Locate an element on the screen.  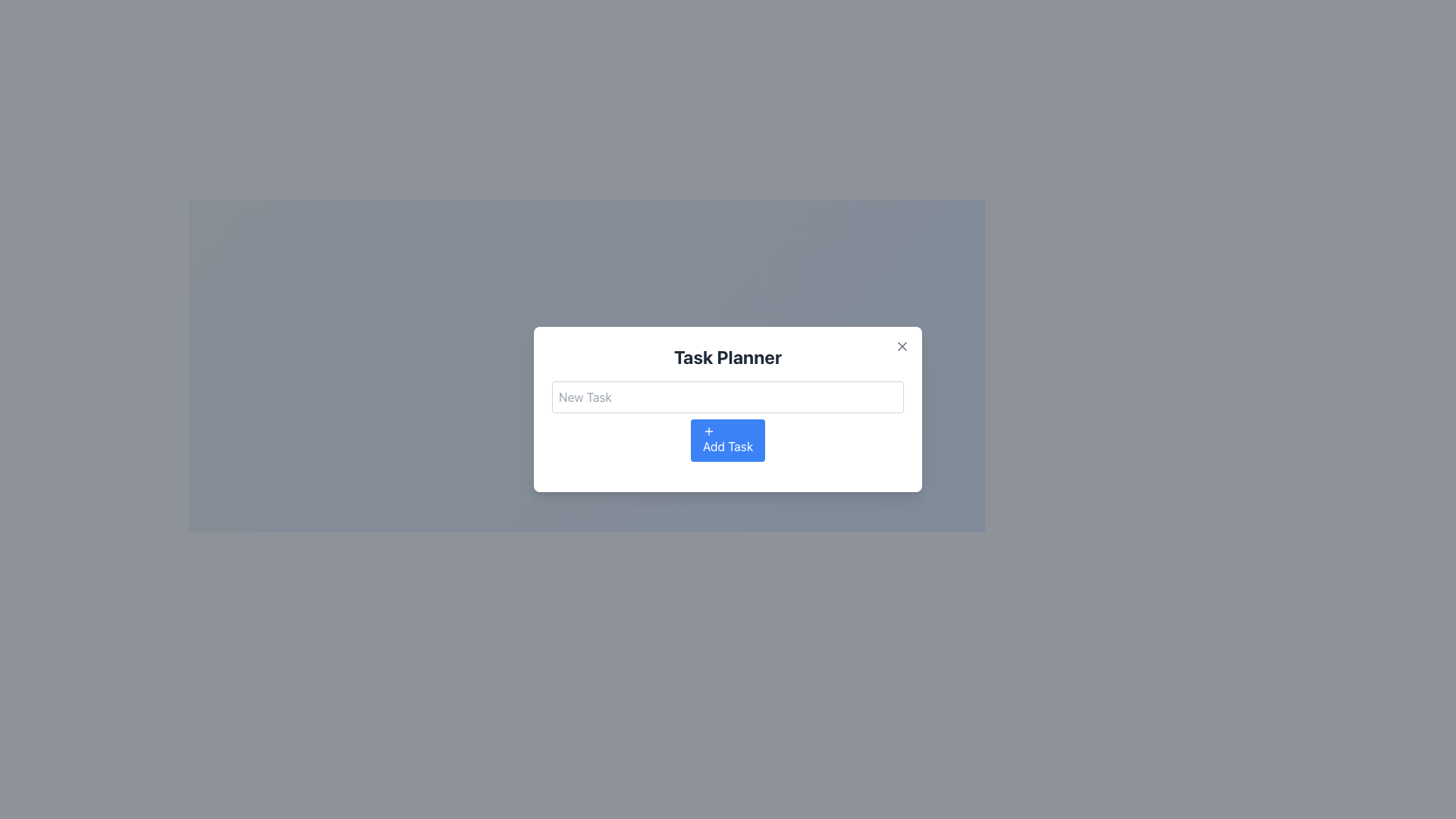
the Text Label that serves as a header for the modal dialog, located at the top of the modal box and centered horizontally is located at coordinates (728, 356).